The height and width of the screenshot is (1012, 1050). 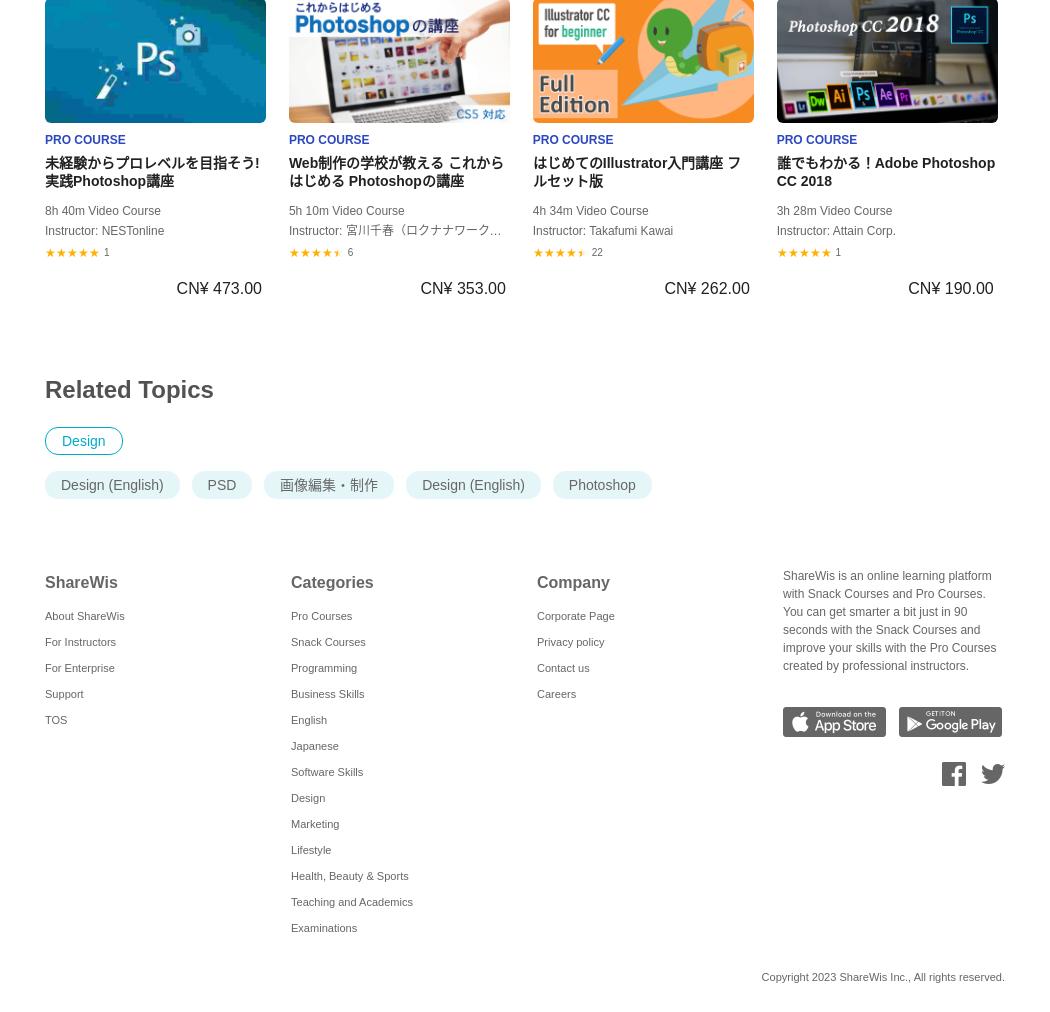 I want to click on '未経験からプロレベルを目指そう! 実践Photoshop講座', so click(x=152, y=171).